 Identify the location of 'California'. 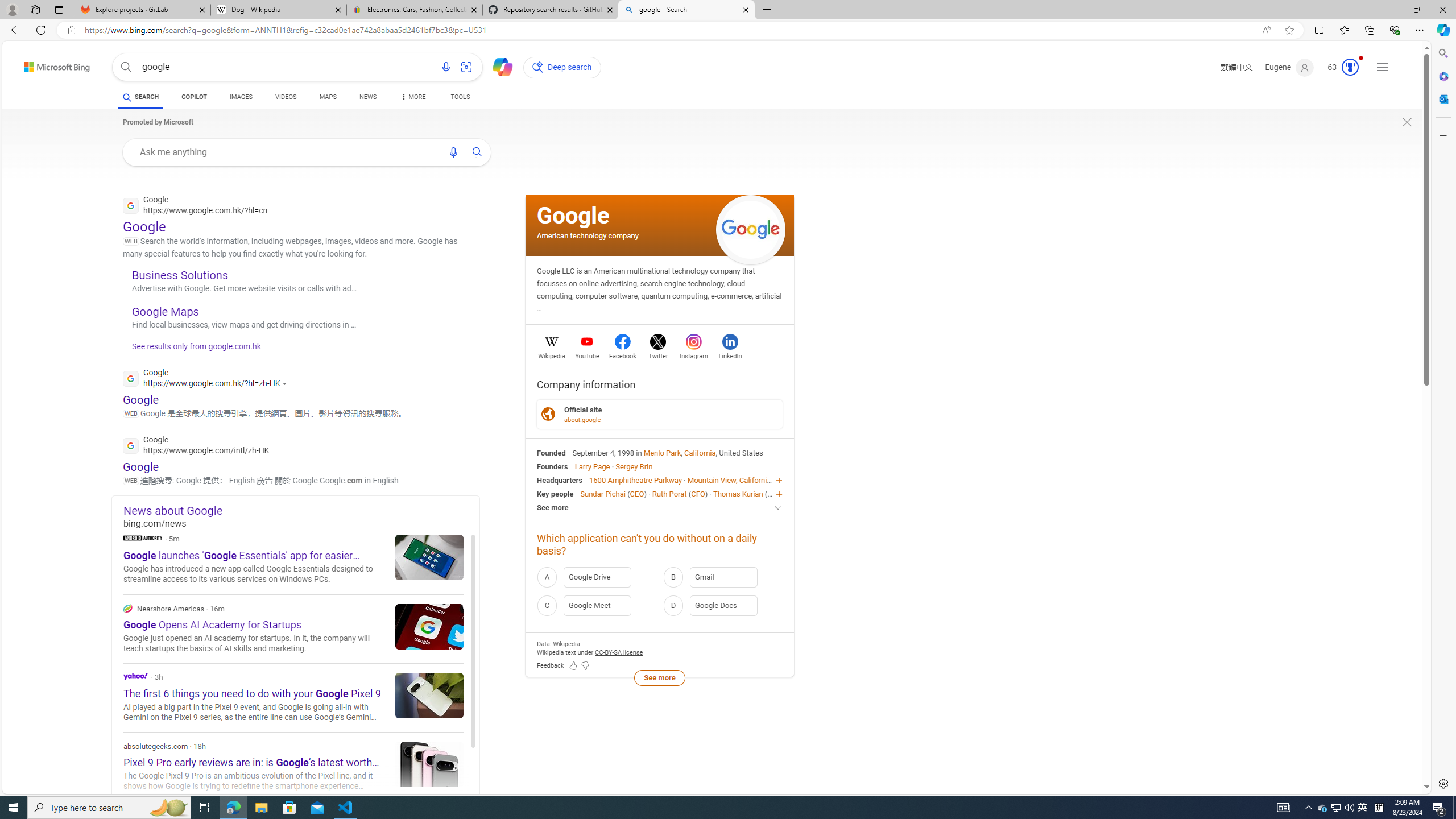
(700, 452).